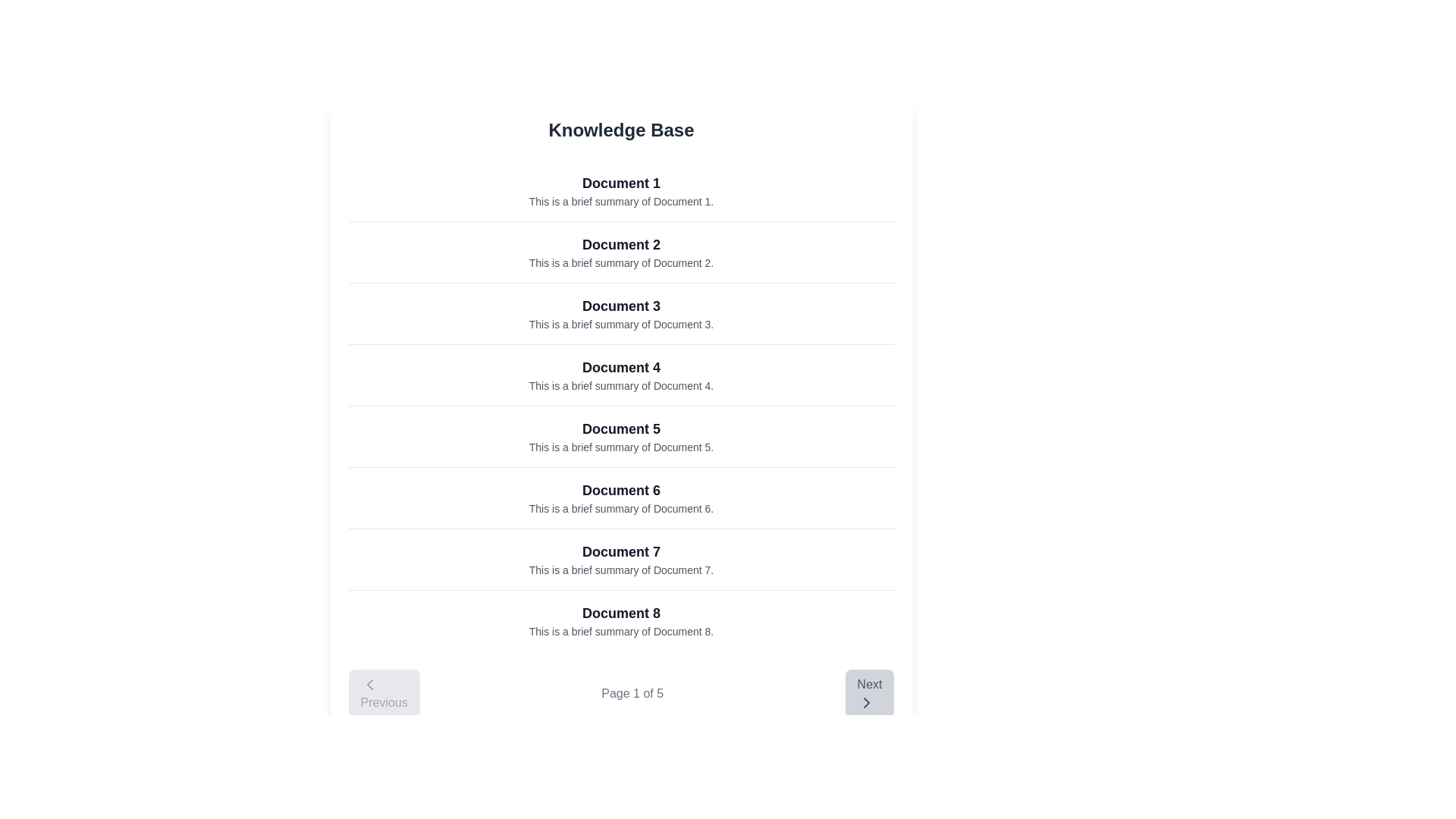 The image size is (1456, 819). Describe the element at coordinates (369, 684) in the screenshot. I see `the left-facing chevron icon within the 'Previous' button located at the bottom left of the interface` at that location.